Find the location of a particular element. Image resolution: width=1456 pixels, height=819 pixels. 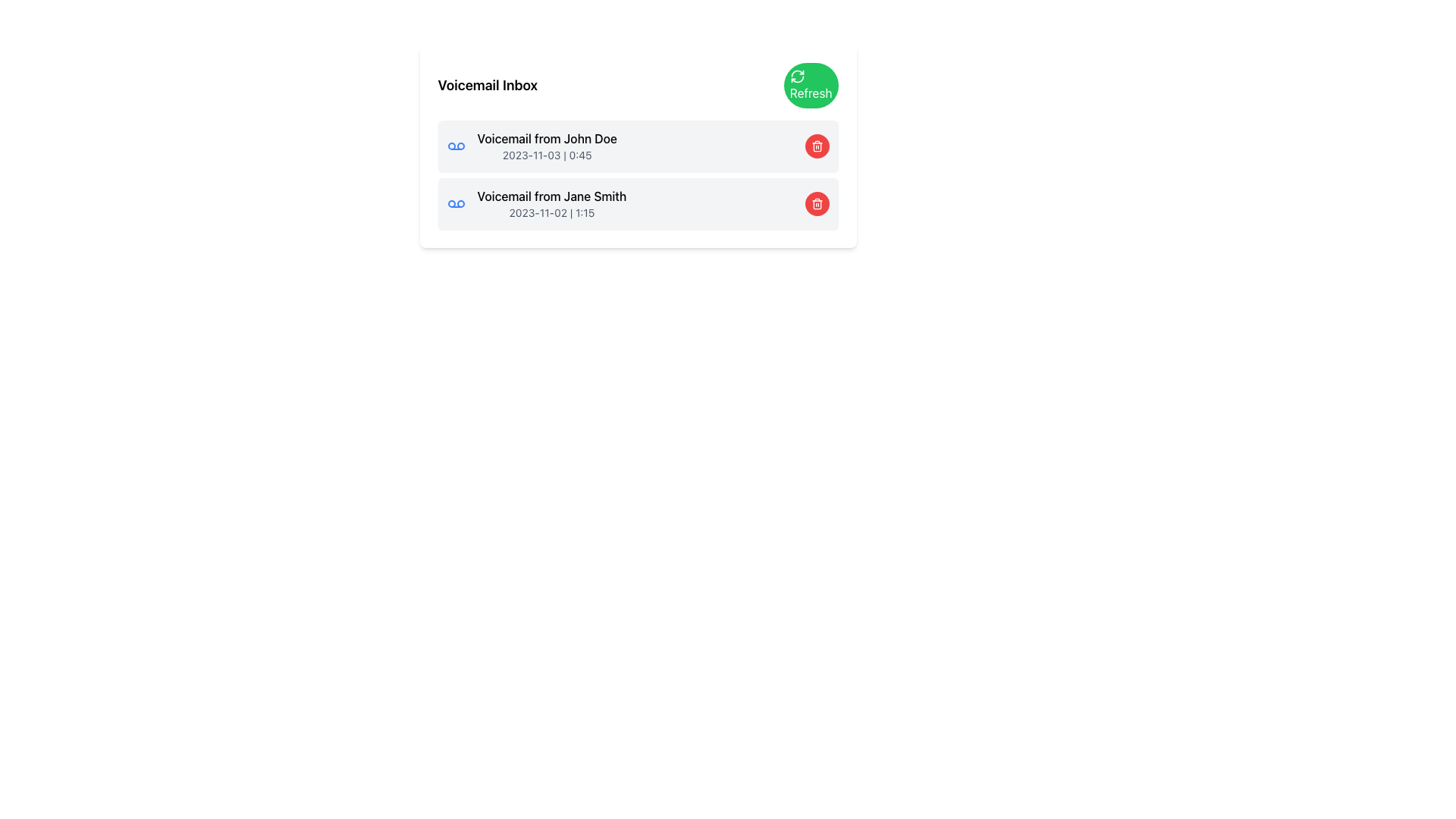

the multiline text element displaying 'Voicemail from John Doe' with the timestamp '2023-11-03 | 0:45' located in the first voicemail item of the 'Voicemail Inbox' is located at coordinates (546, 146).